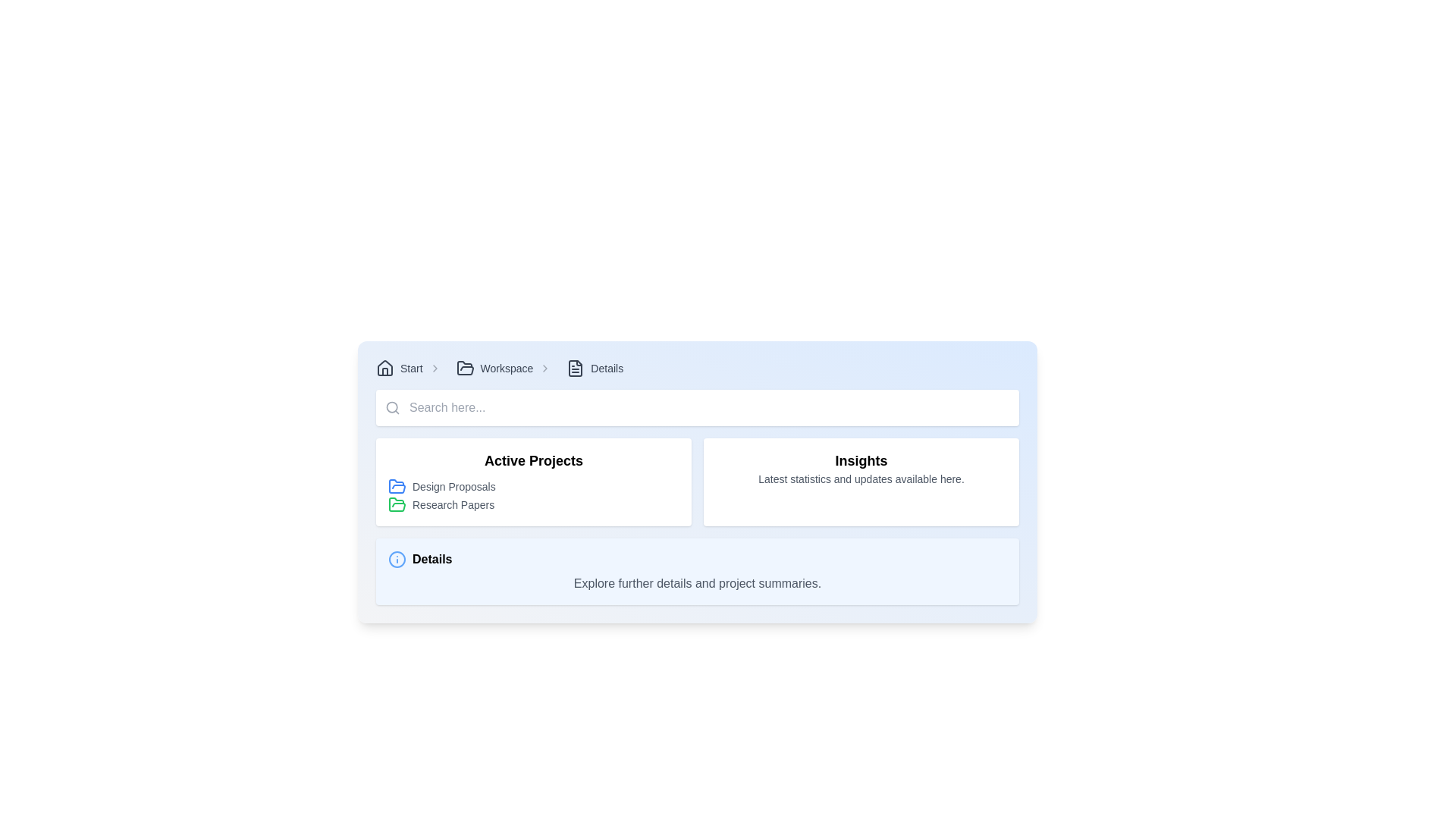 Image resolution: width=1456 pixels, height=819 pixels. What do you see at coordinates (575, 369) in the screenshot?
I see `the 'Details' icon in the navigation bar, which is positioned to the right of the 'Workspace' folder icon and adjacent to the text 'Details'` at bounding box center [575, 369].